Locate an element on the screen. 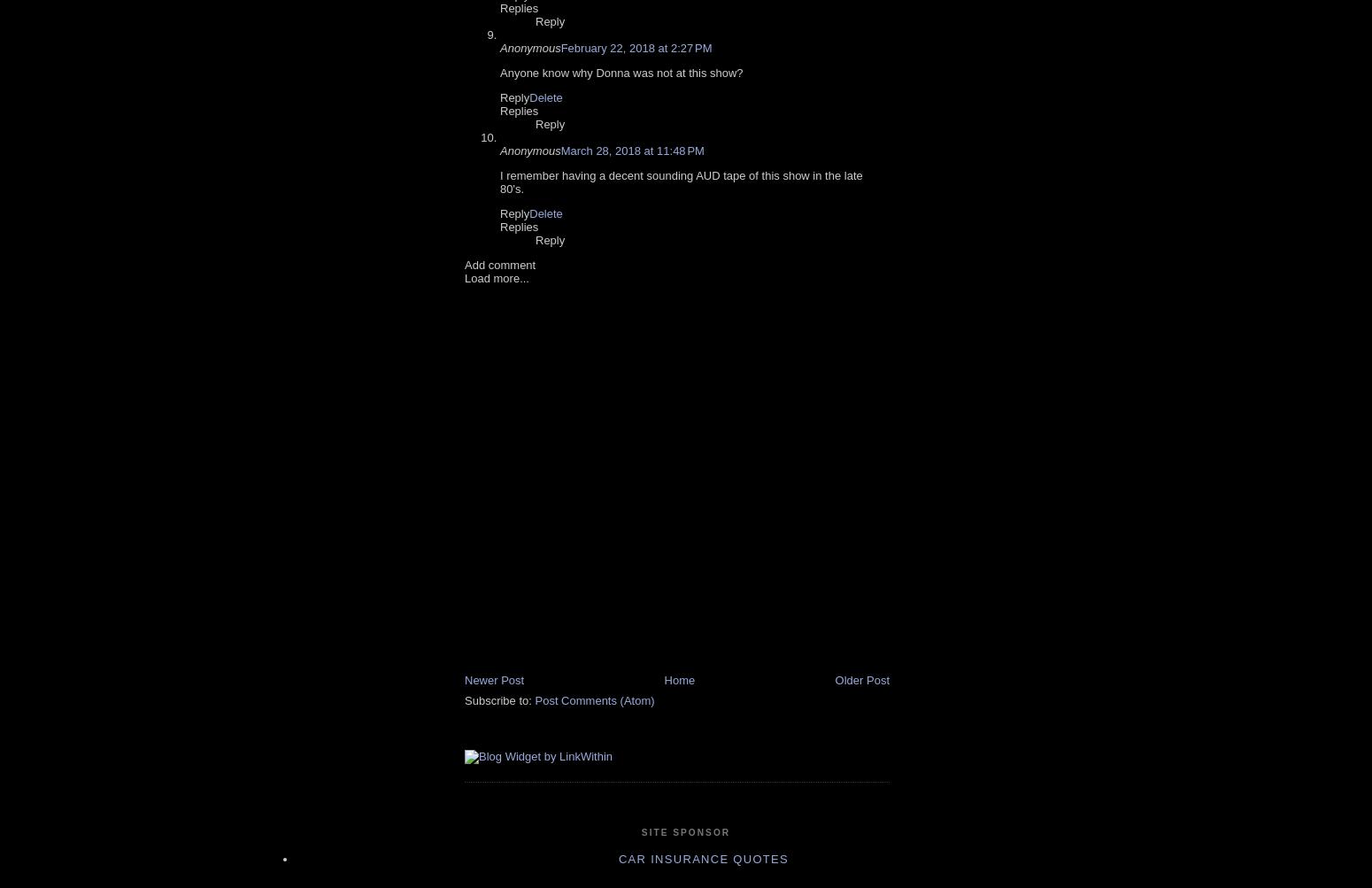 The image size is (1372, 888). 'Add comment' is located at coordinates (463, 264).